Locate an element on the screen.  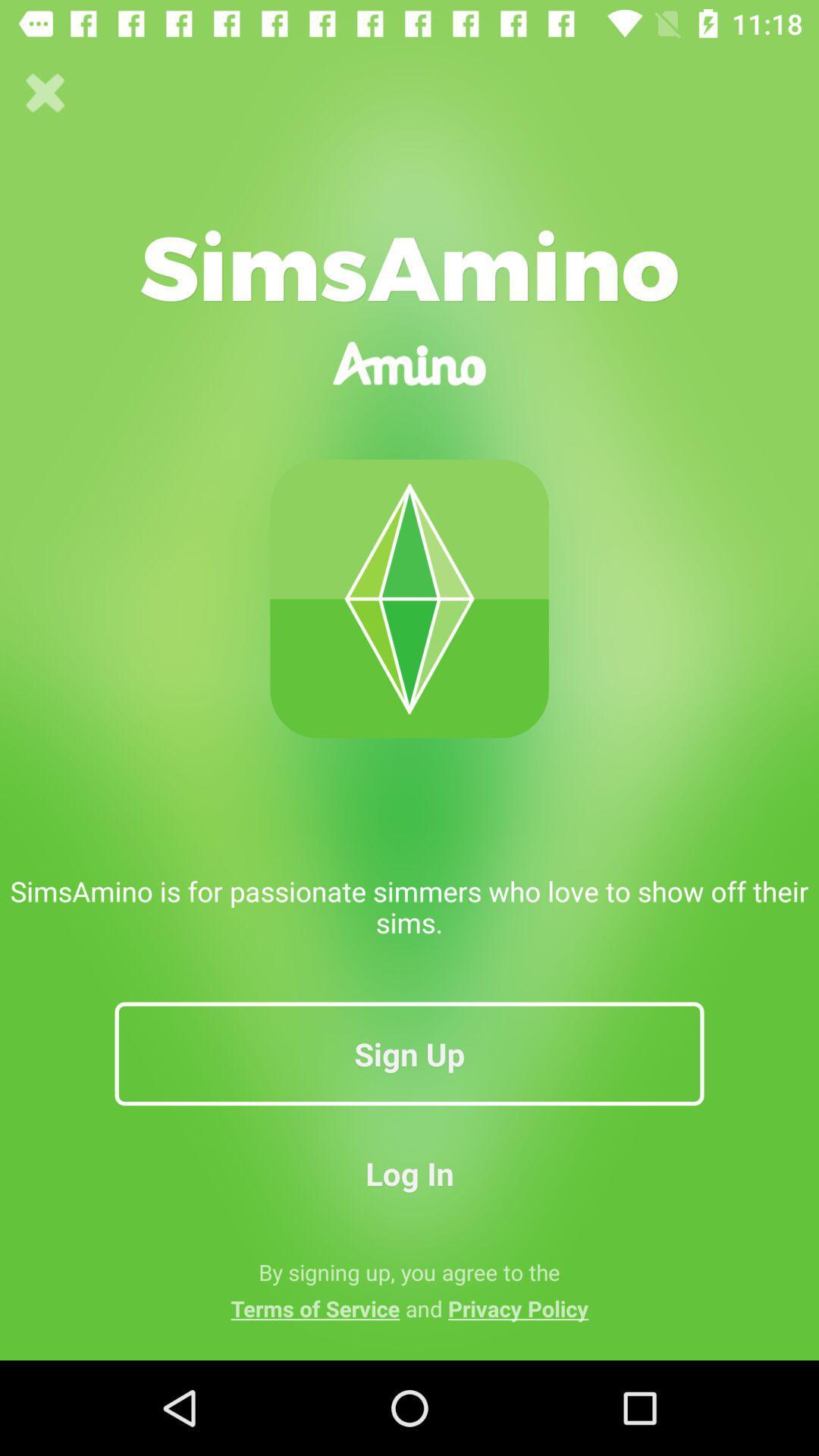
the button above log in icon is located at coordinates (409, 1053).